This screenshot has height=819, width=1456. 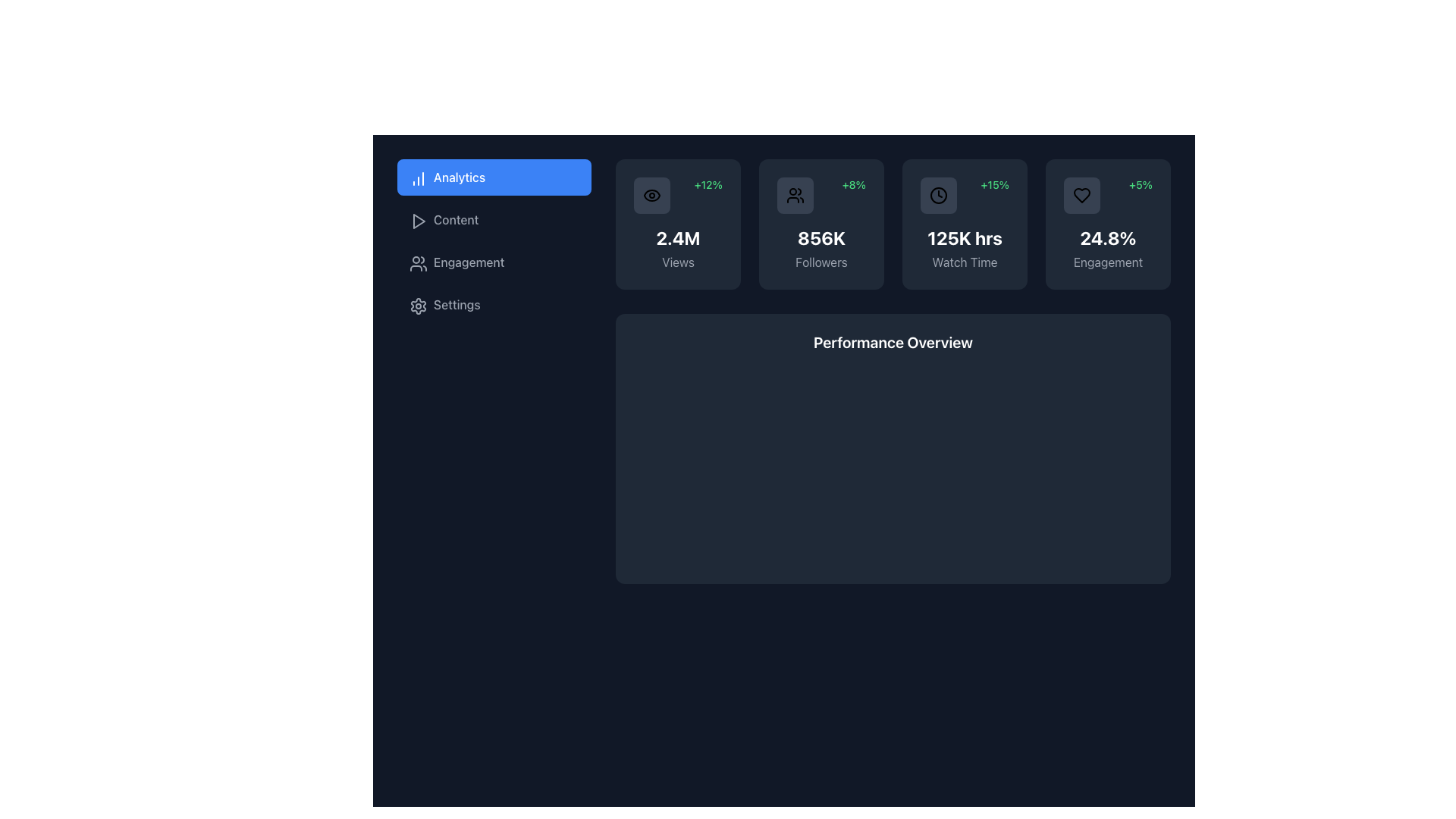 What do you see at coordinates (854, 184) in the screenshot?
I see `the Label that represents the percentage increase related to 'Followers' in the second card of the top row in the dashboard layout` at bounding box center [854, 184].